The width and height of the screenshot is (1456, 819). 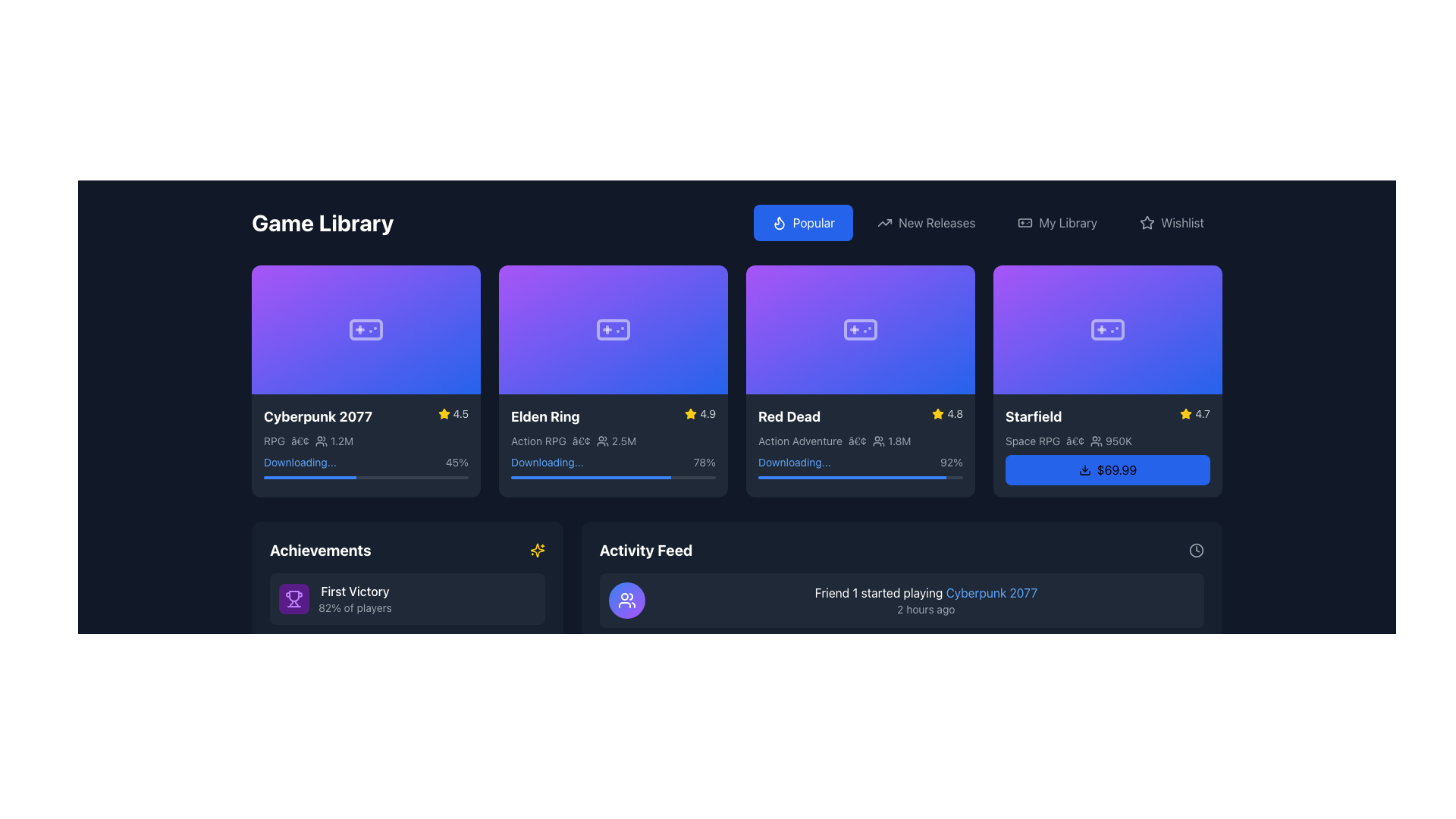 I want to click on the Text label displaying the popularity metric for the 'Starfield' game located beneath the title 'Space RPG', so click(x=1119, y=441).